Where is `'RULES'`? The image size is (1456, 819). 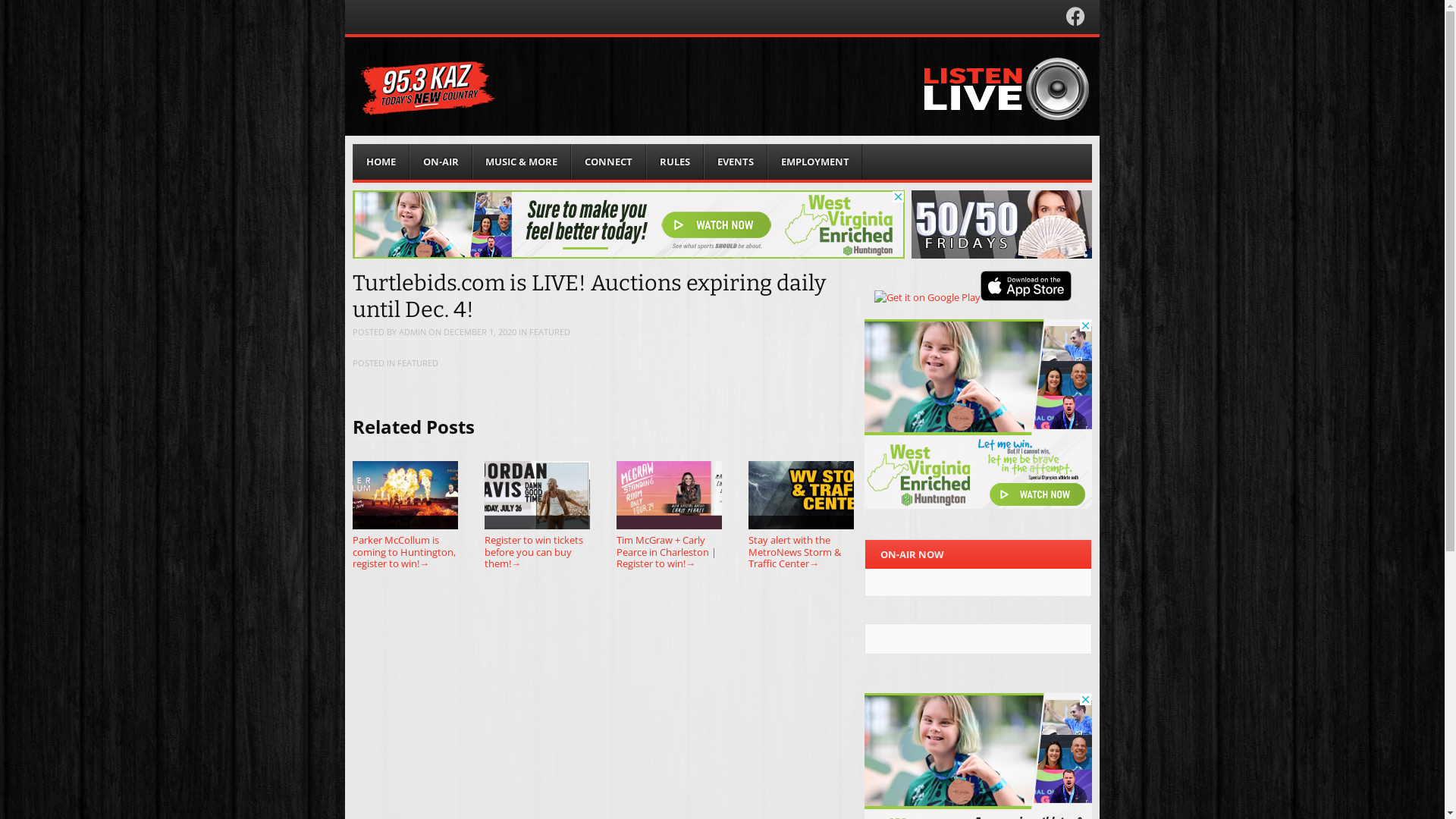
'RULES' is located at coordinates (673, 162).